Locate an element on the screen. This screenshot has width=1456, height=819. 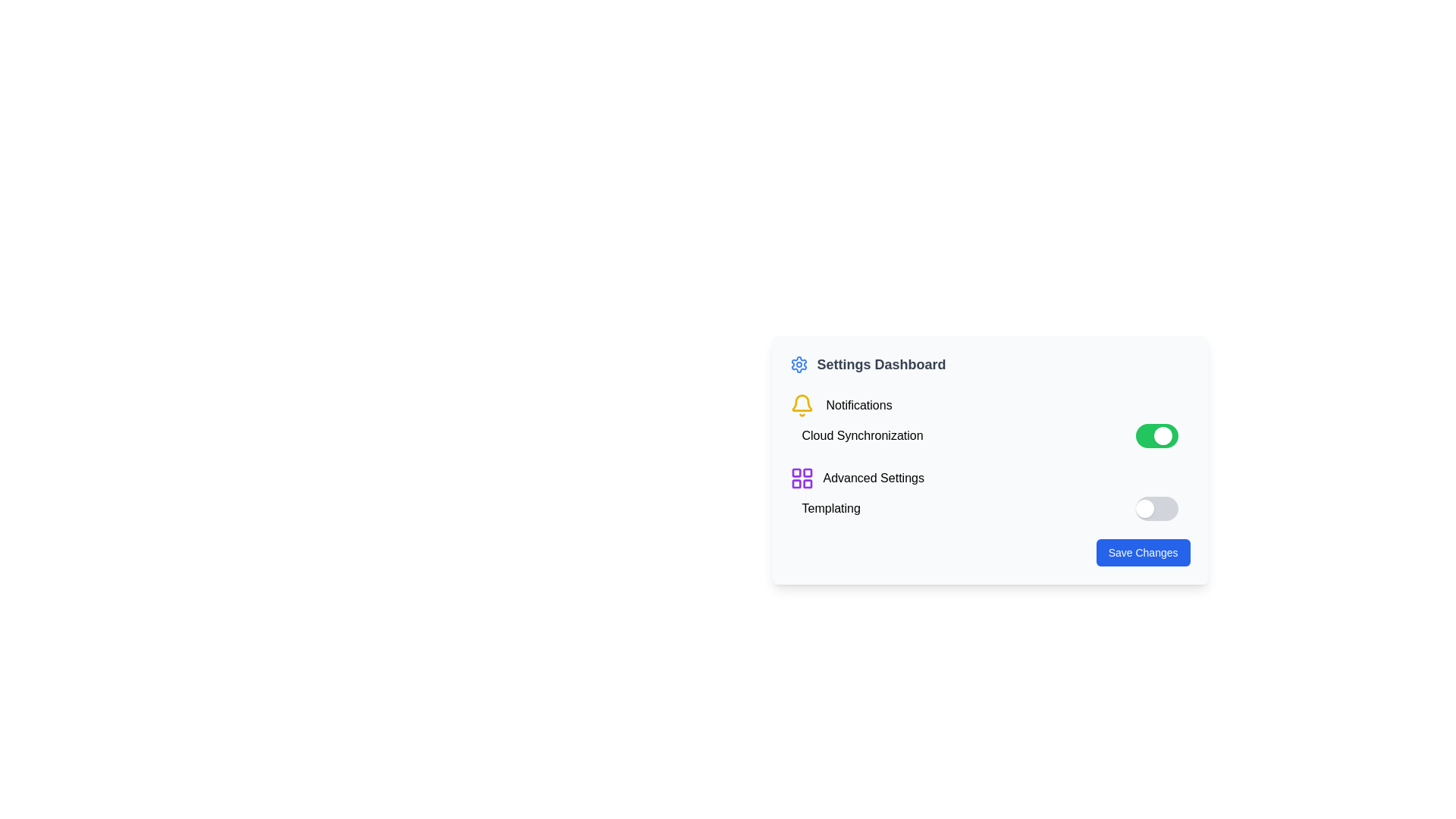
the toggle switch for the 'Templating' feature to change its state (enable or disable) is located at coordinates (1156, 509).